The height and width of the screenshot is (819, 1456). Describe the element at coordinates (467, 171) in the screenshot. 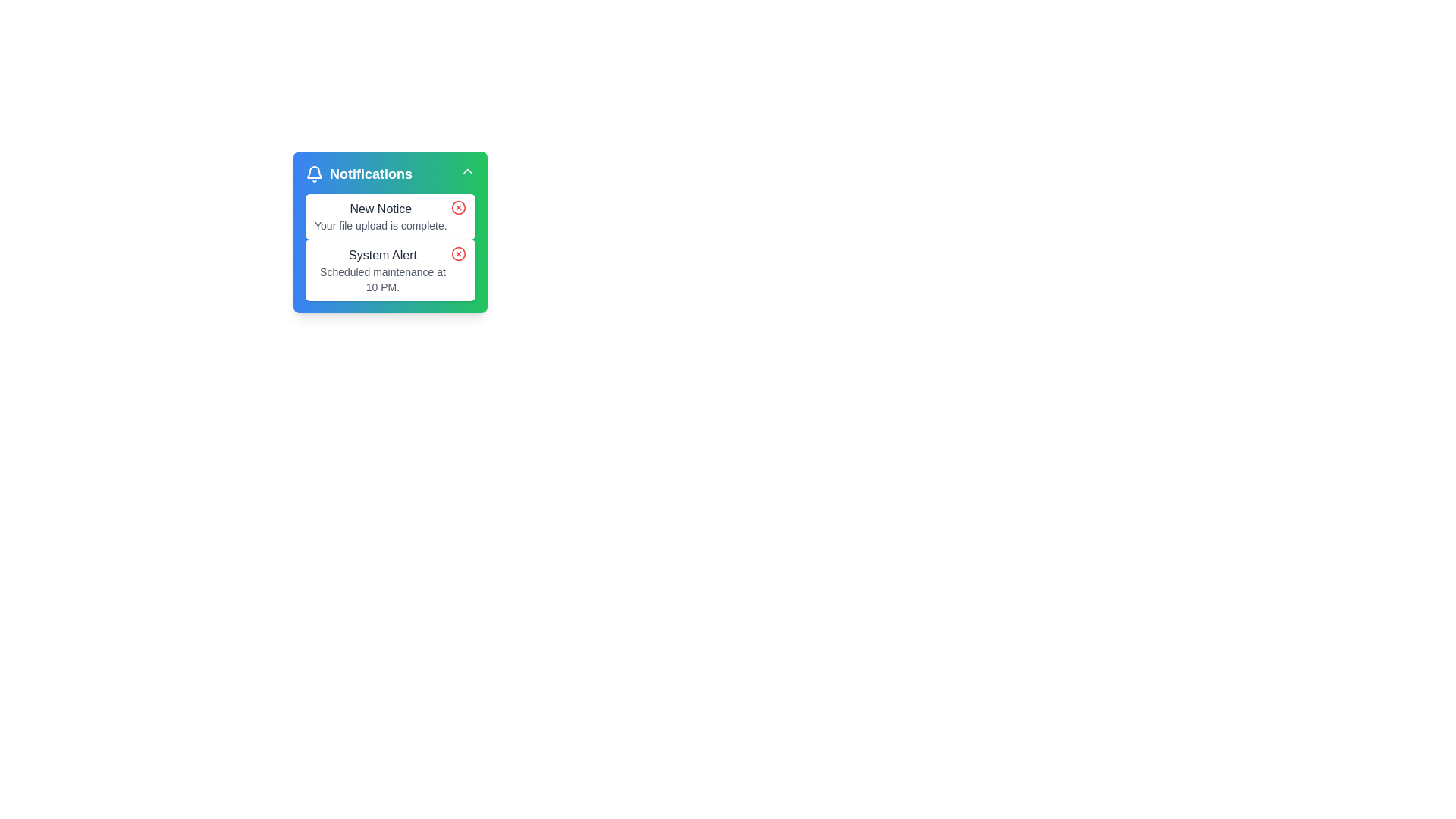

I see `the downward-facing chevron arrow button located at the top right corner of the Notifications section` at that location.